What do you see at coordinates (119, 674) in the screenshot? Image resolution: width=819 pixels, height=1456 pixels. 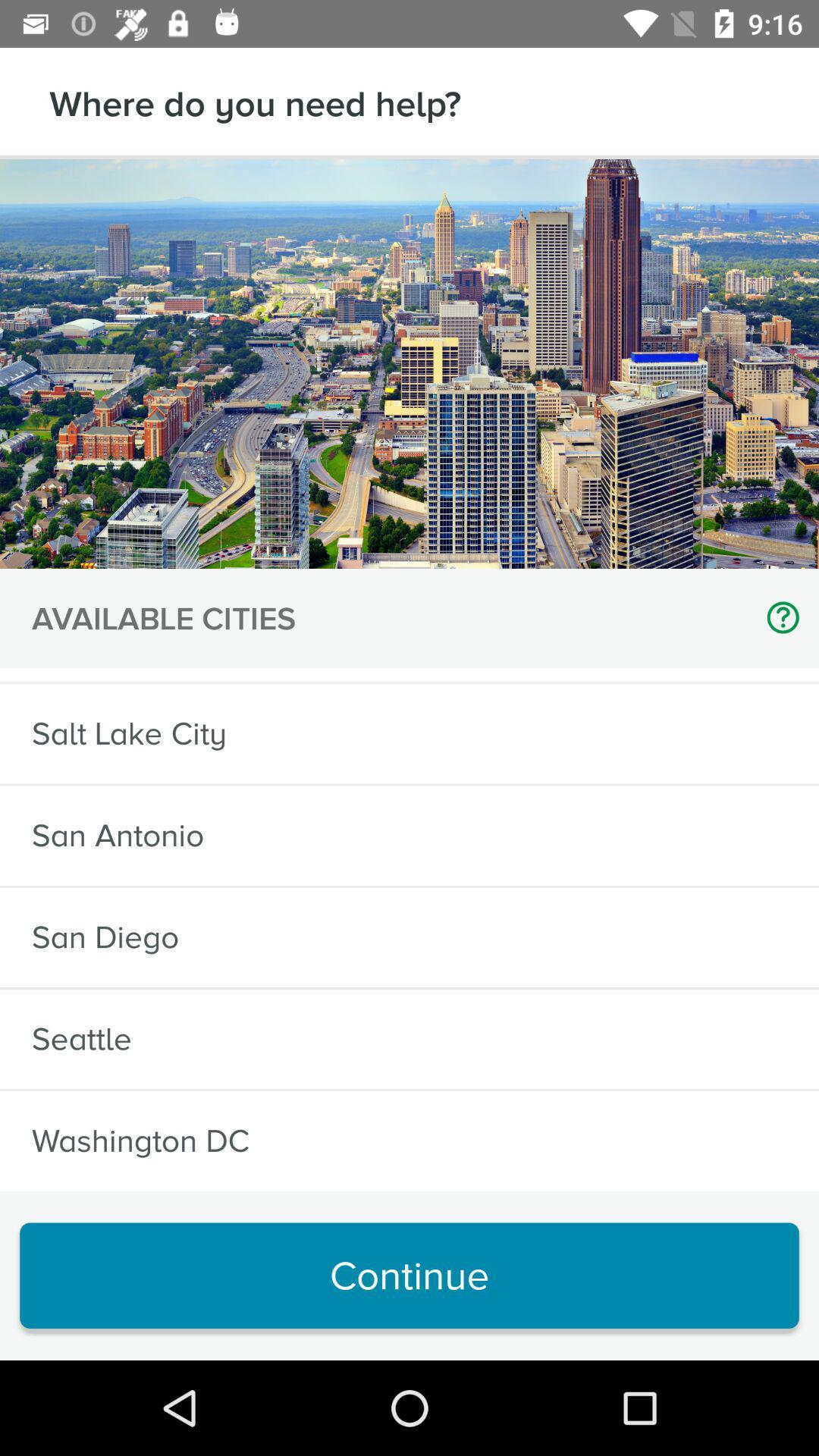 I see `icon below the available cities` at bounding box center [119, 674].